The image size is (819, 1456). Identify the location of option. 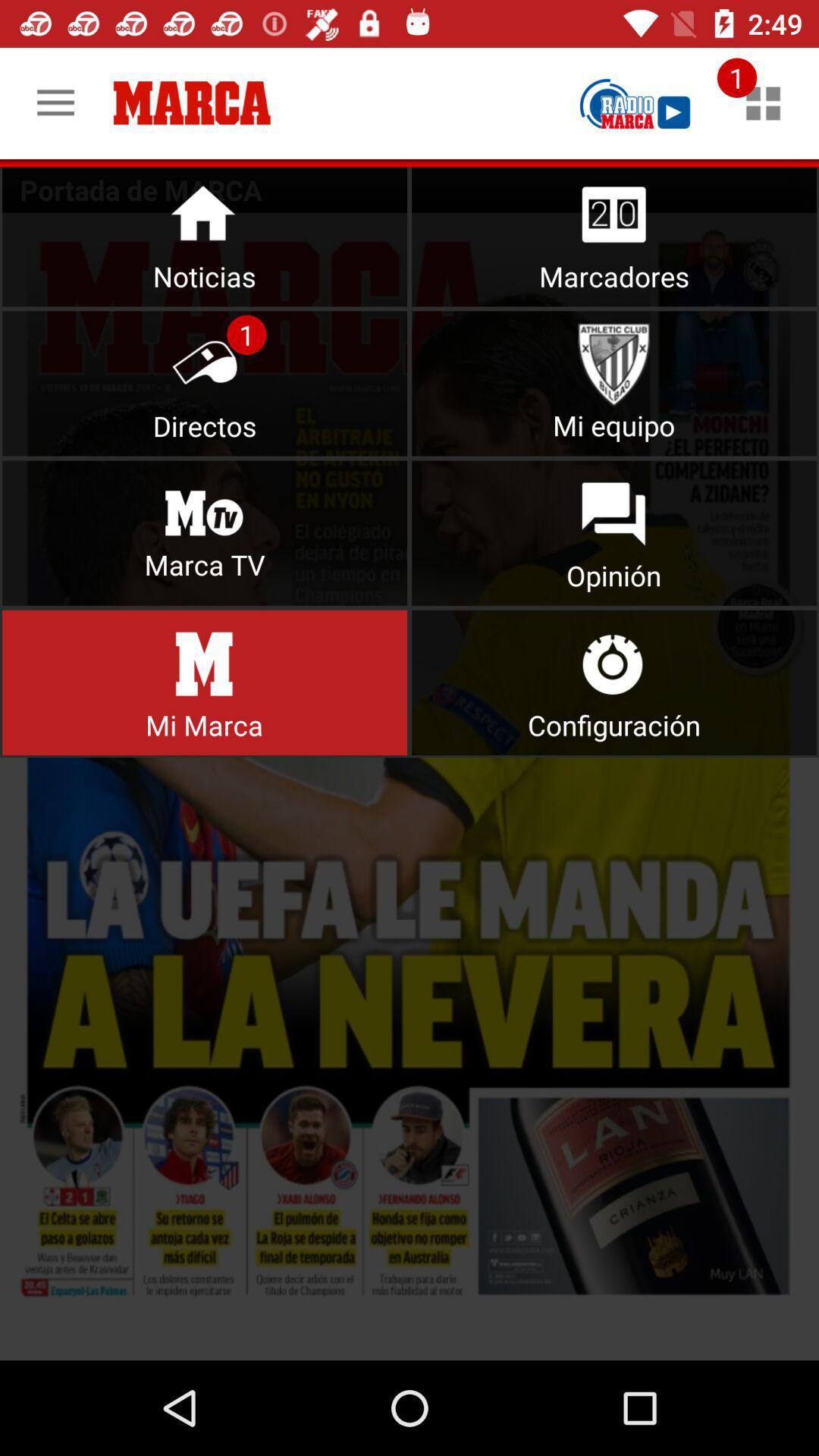
(205, 233).